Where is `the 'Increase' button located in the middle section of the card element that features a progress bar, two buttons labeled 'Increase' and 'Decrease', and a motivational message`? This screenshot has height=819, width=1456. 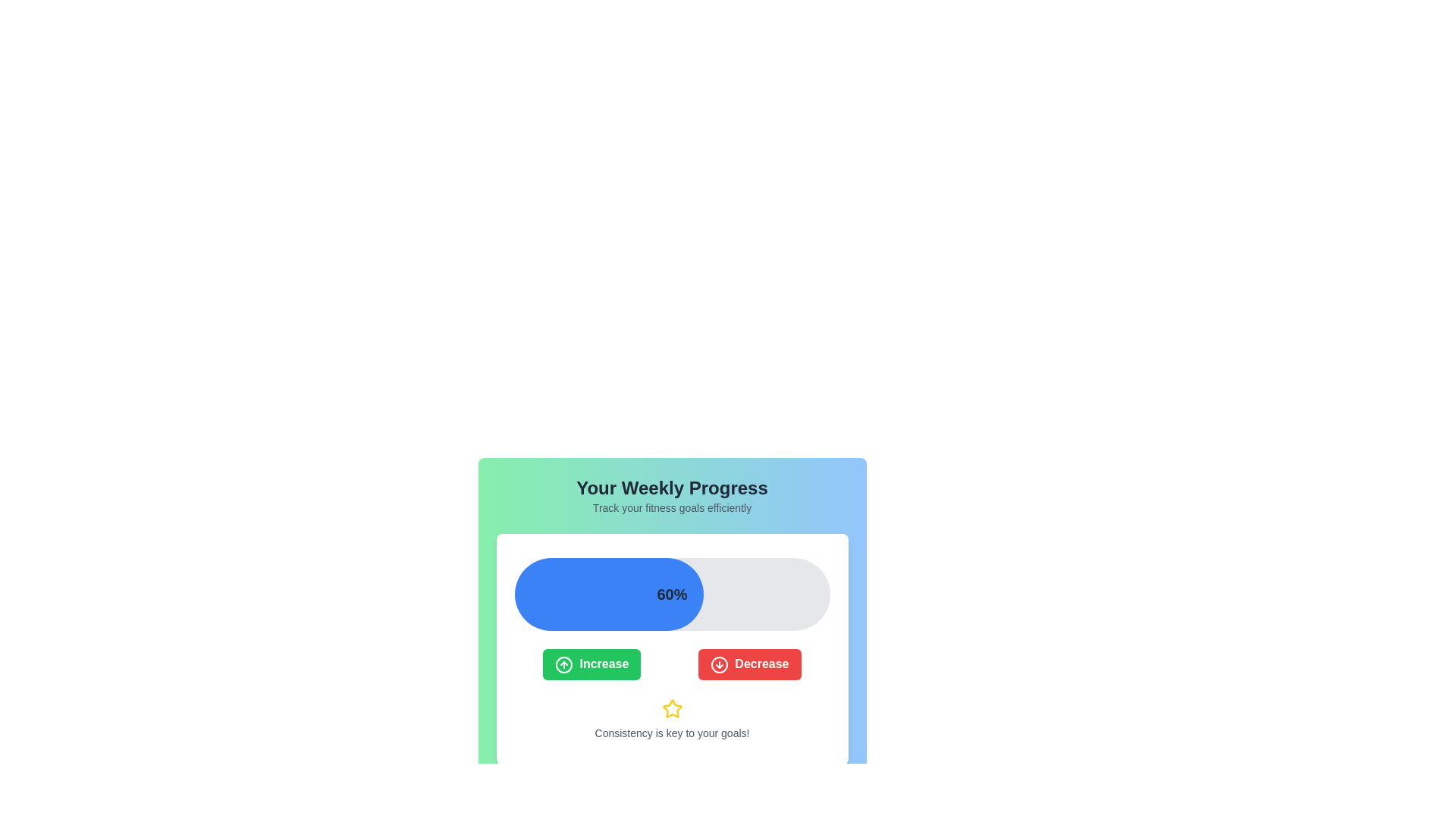
the 'Increase' button located in the middle section of the card element that features a progress bar, two buttons labeled 'Increase' and 'Decrease', and a motivational message is located at coordinates (671, 648).